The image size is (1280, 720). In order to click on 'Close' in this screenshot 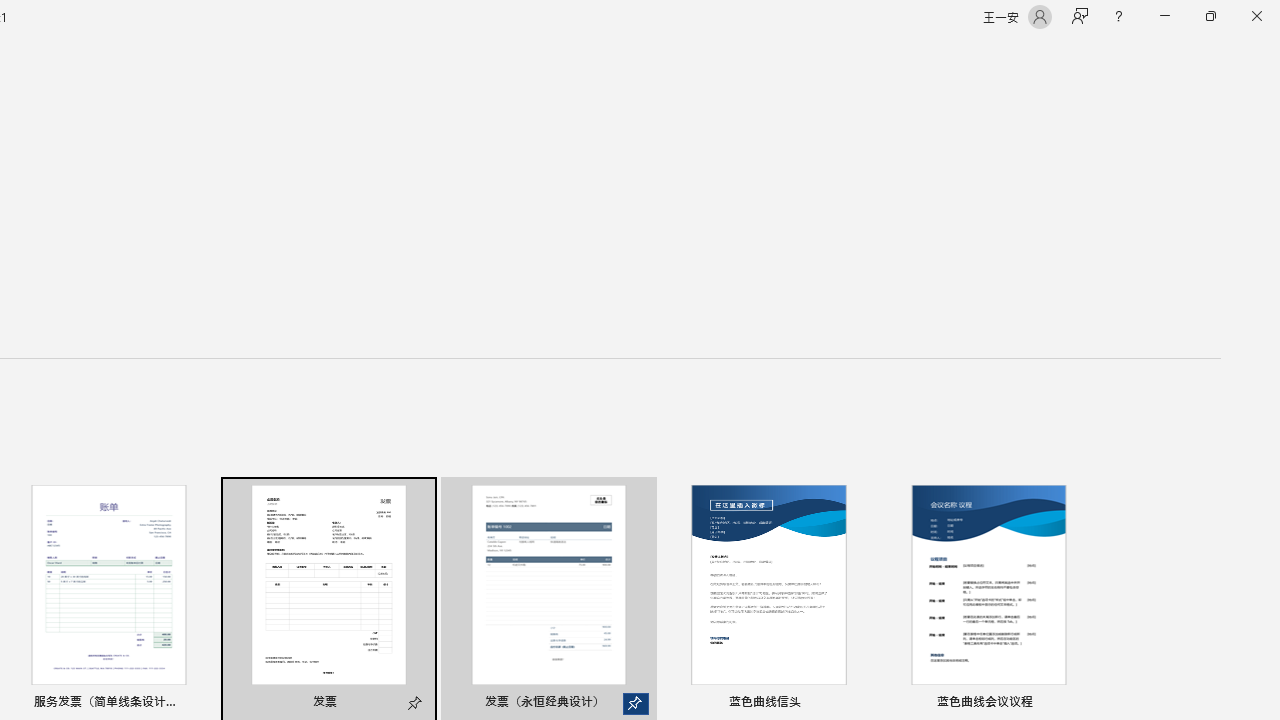, I will do `click(1255, 16)`.